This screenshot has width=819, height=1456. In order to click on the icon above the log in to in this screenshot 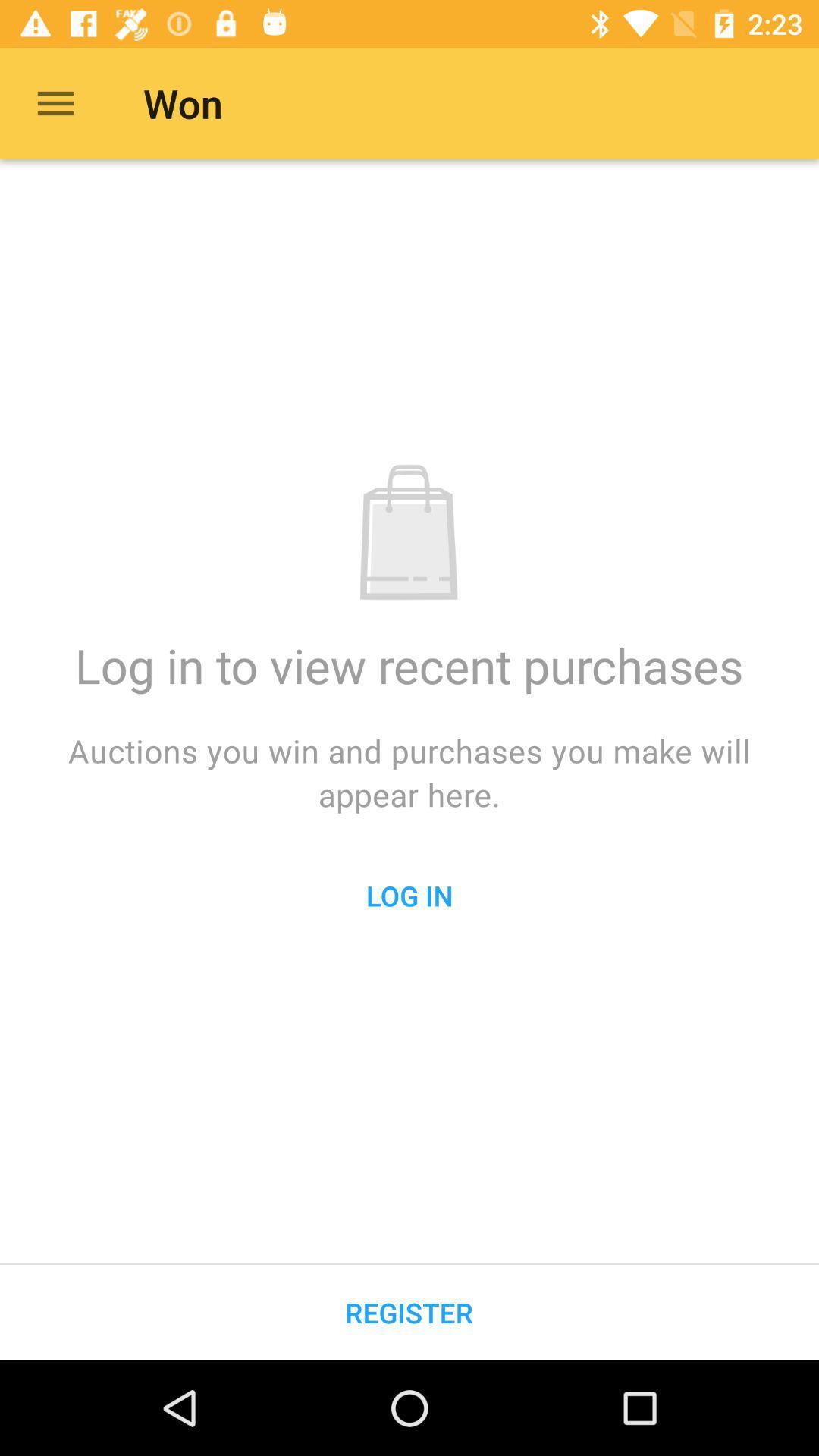, I will do `click(55, 102)`.